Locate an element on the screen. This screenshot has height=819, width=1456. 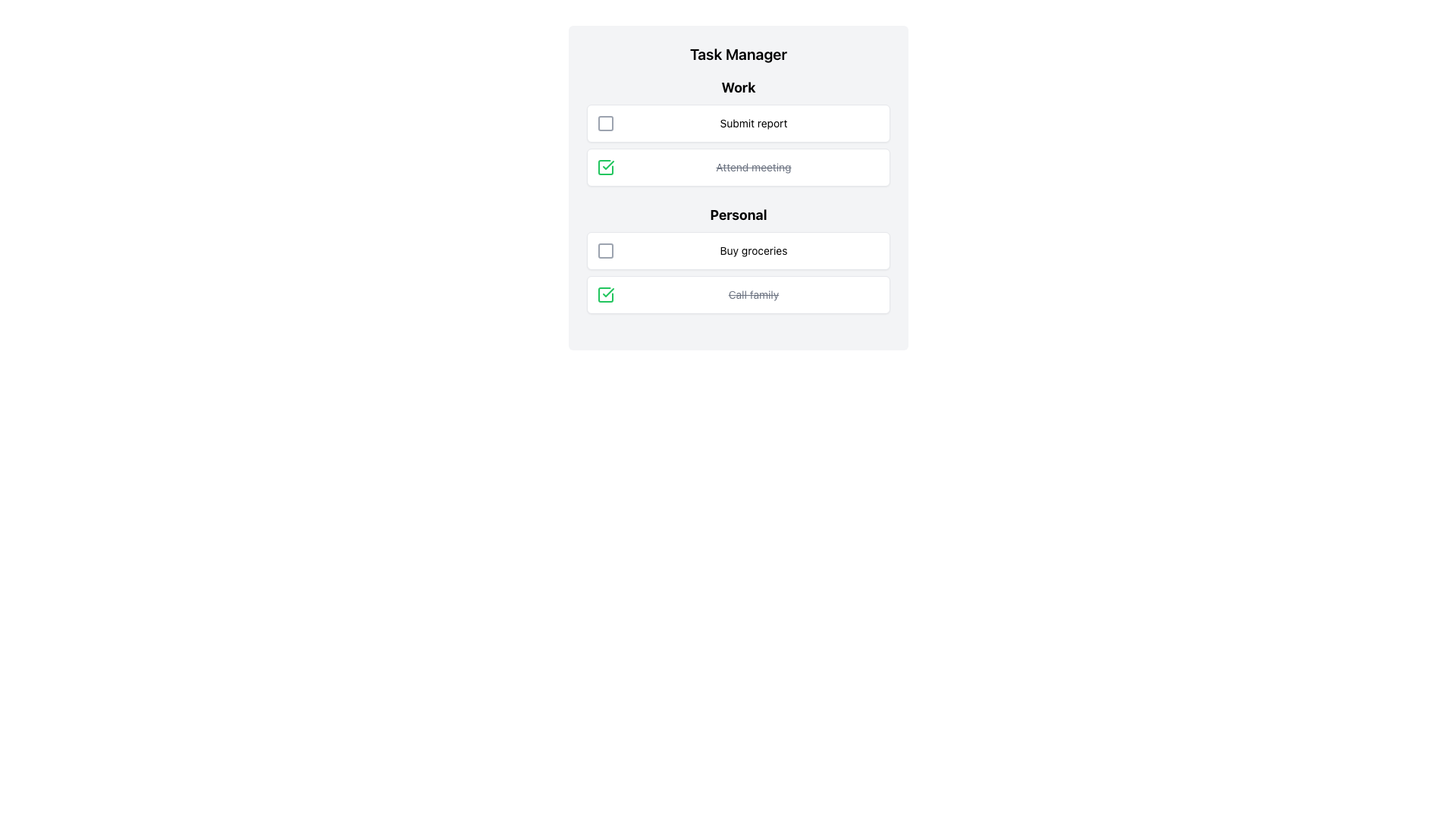
the completed task checkbox located to the left of the text 'Attend meeting' in the 'Work' section is located at coordinates (604, 167).